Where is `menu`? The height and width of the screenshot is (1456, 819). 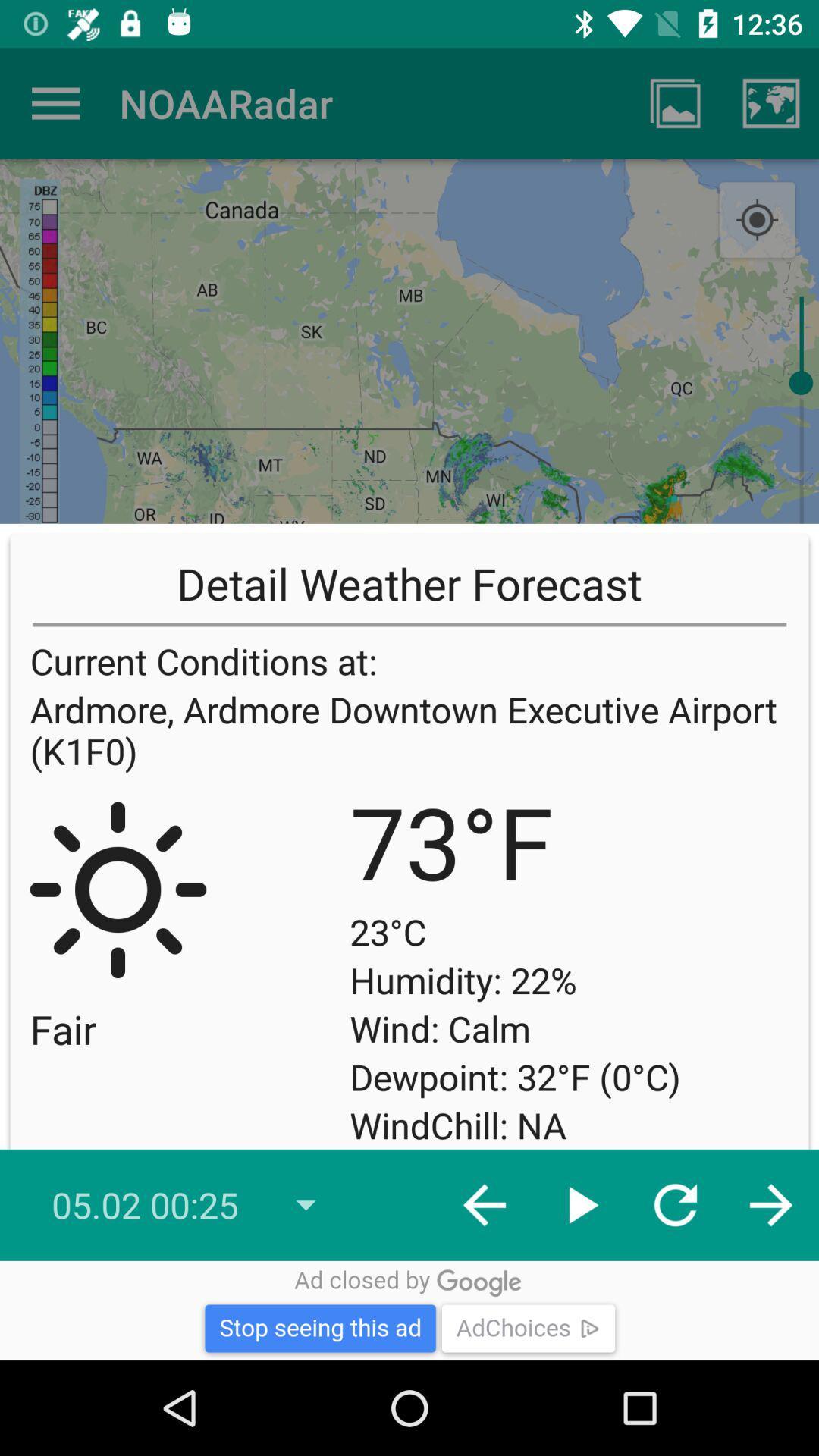 menu is located at coordinates (55, 102).